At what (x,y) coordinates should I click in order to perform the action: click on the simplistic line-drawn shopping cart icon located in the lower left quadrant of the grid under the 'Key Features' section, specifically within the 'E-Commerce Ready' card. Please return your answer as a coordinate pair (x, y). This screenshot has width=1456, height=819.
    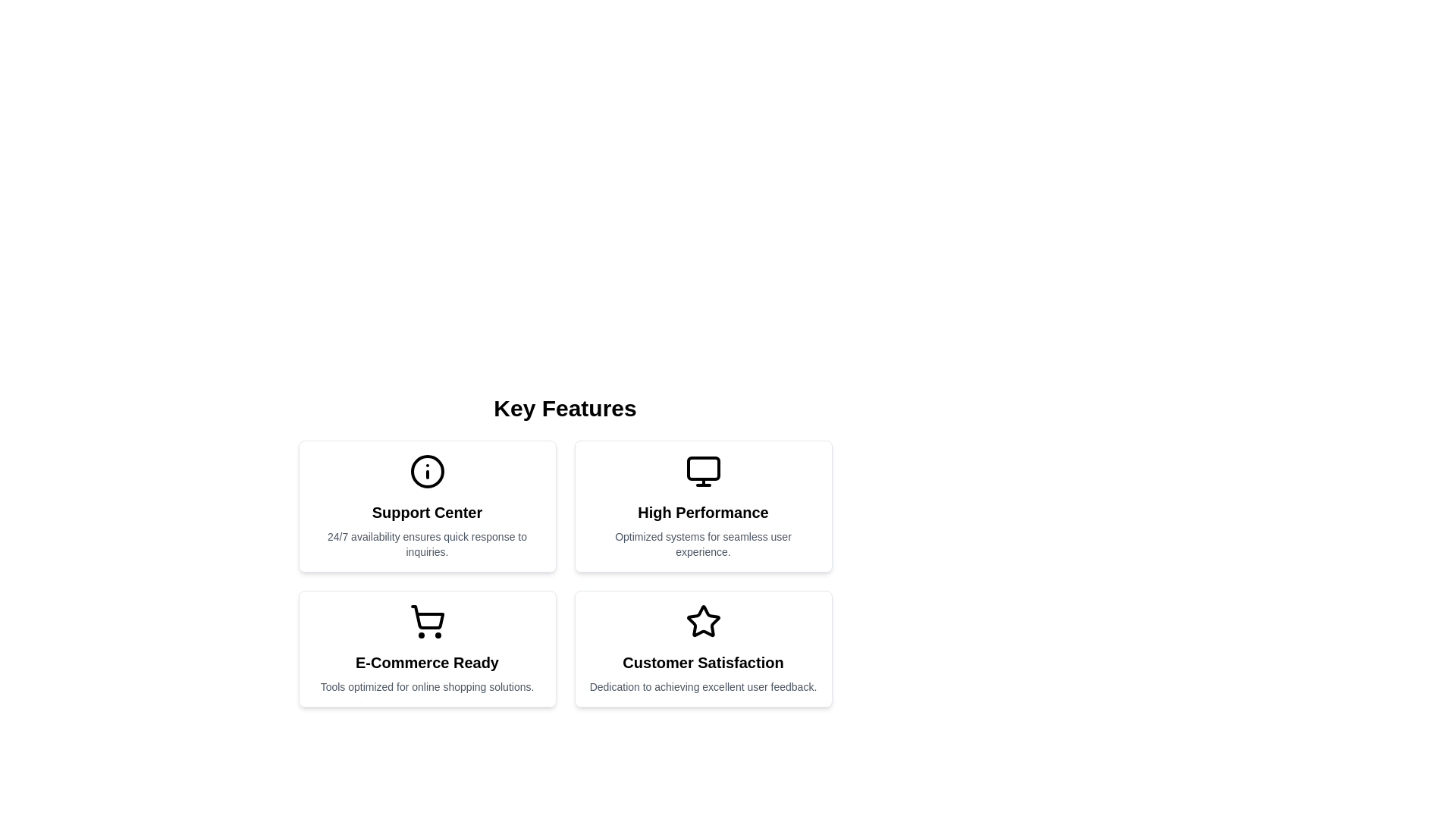
    Looking at the image, I should click on (426, 622).